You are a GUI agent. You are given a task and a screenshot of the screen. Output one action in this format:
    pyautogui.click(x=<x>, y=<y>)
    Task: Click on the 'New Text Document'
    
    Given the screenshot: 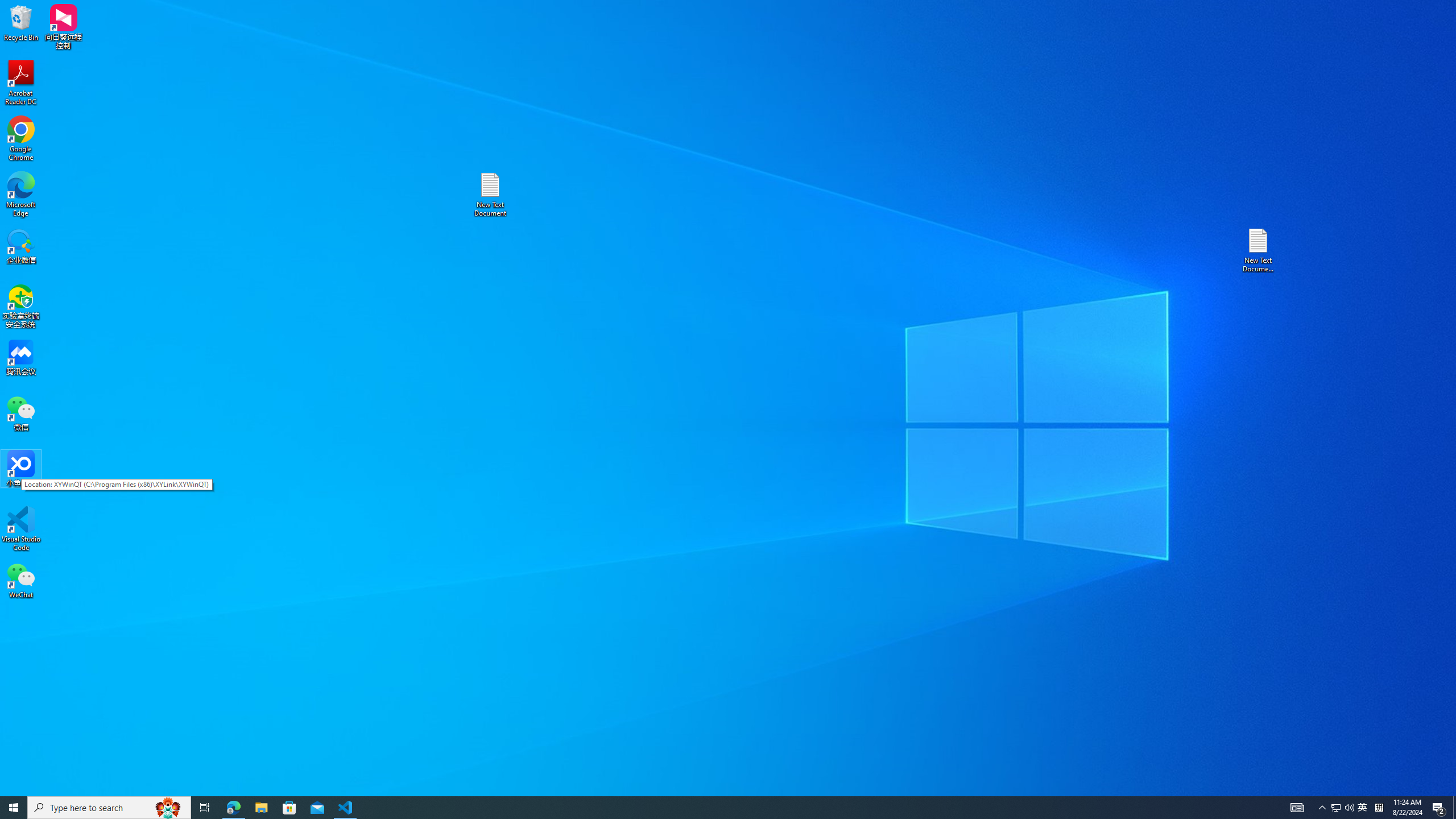 What is the action you would take?
    pyautogui.click(x=489, y=194)
    